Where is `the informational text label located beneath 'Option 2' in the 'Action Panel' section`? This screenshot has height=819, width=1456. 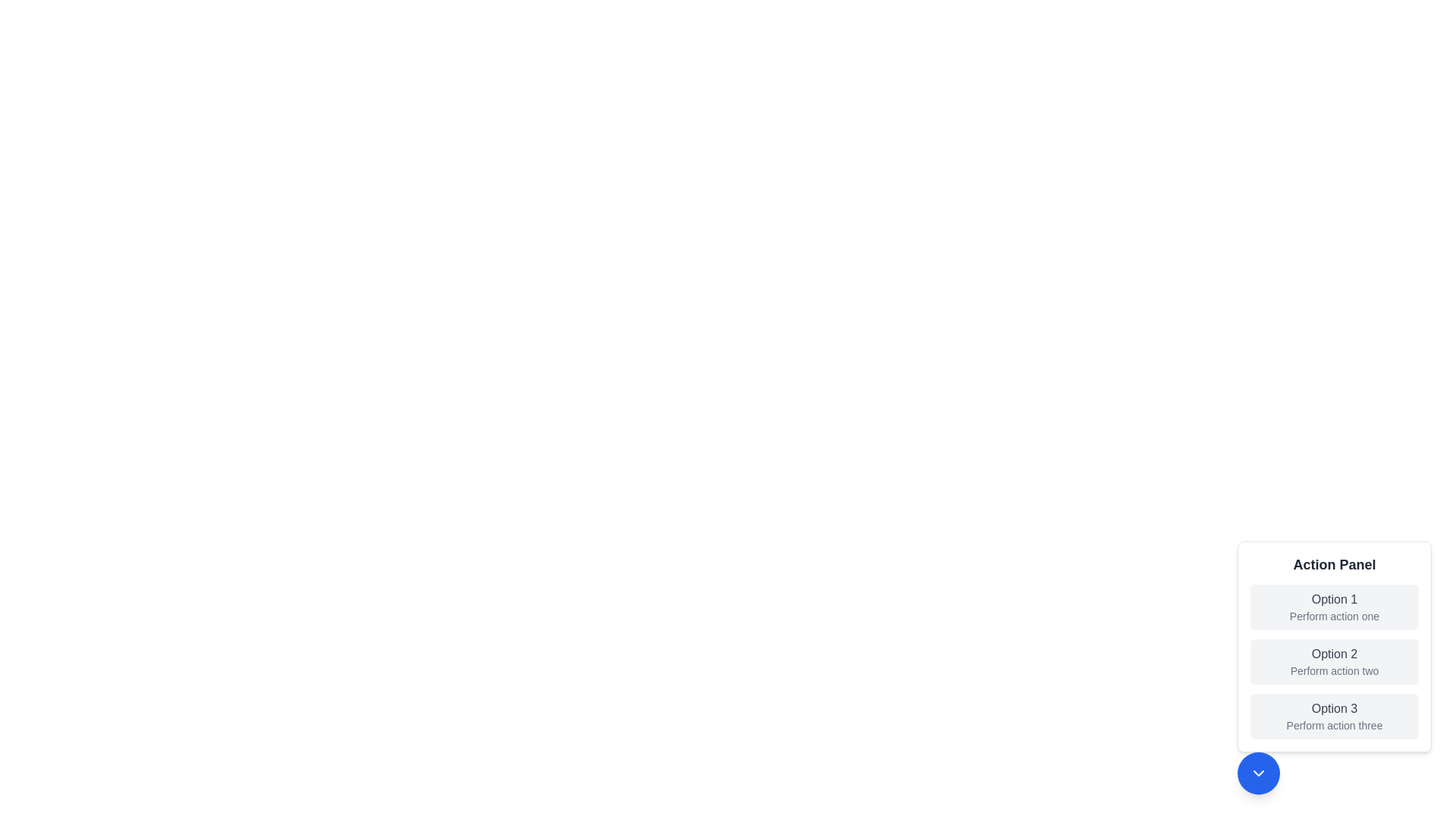 the informational text label located beneath 'Option 2' in the 'Action Panel' section is located at coordinates (1335, 670).